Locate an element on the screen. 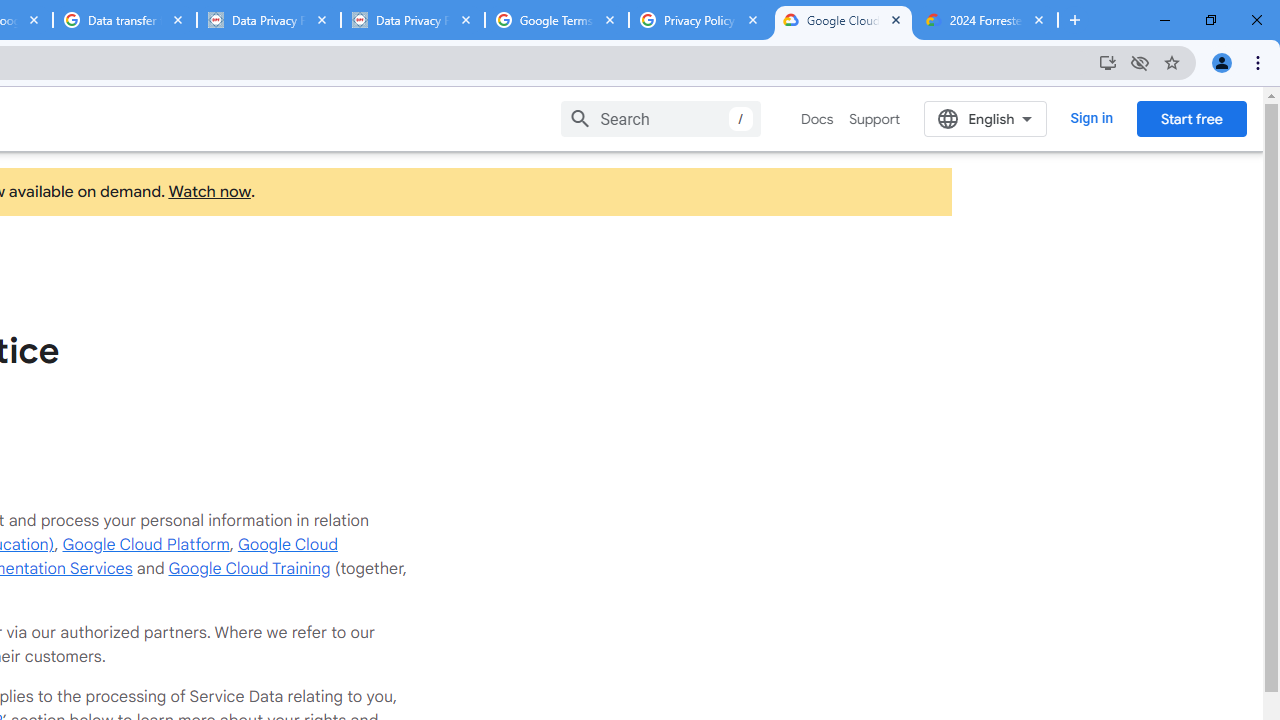 The image size is (1280, 720). 'English' is located at coordinates (985, 118).